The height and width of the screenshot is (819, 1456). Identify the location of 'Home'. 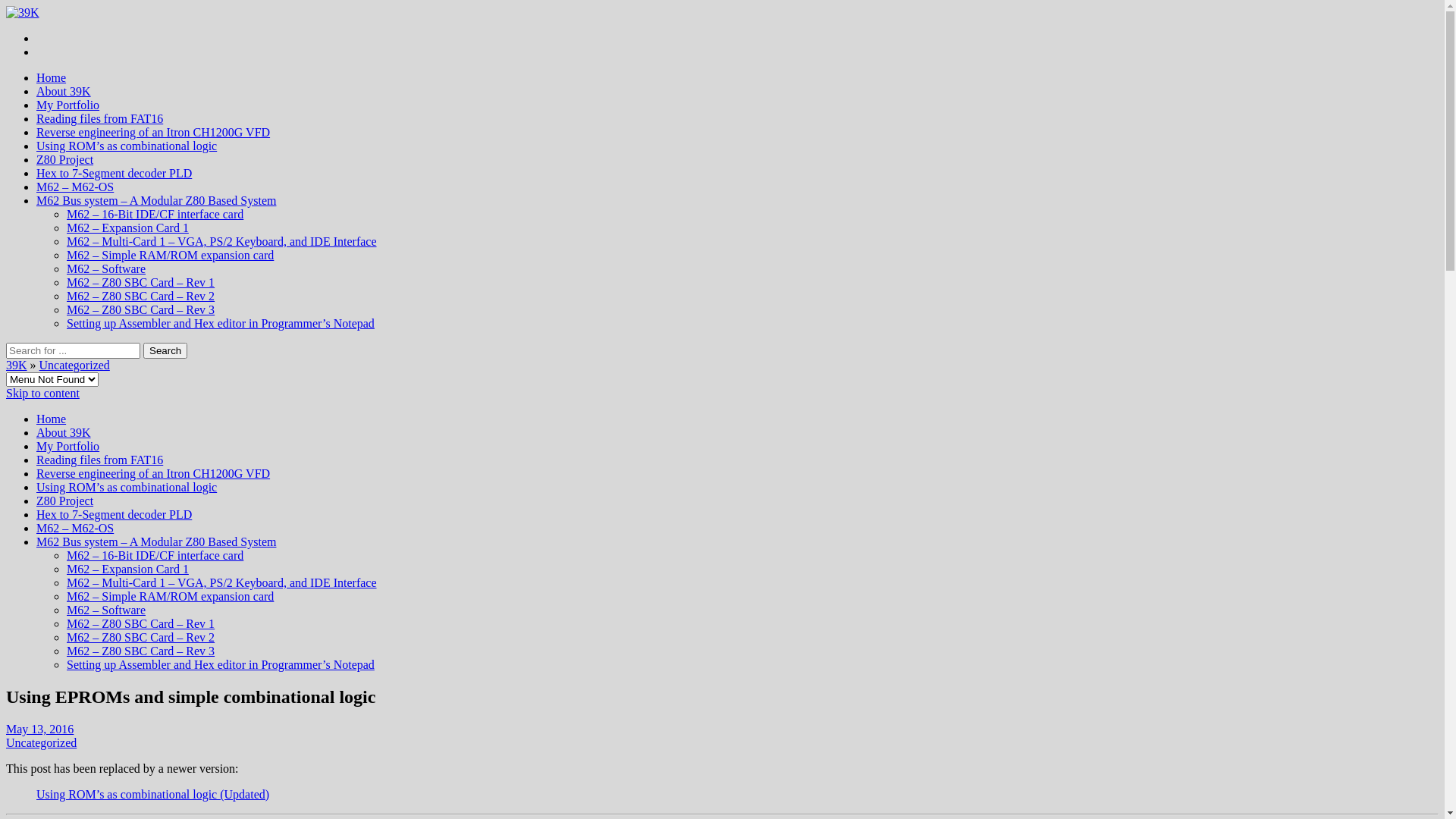
(36, 77).